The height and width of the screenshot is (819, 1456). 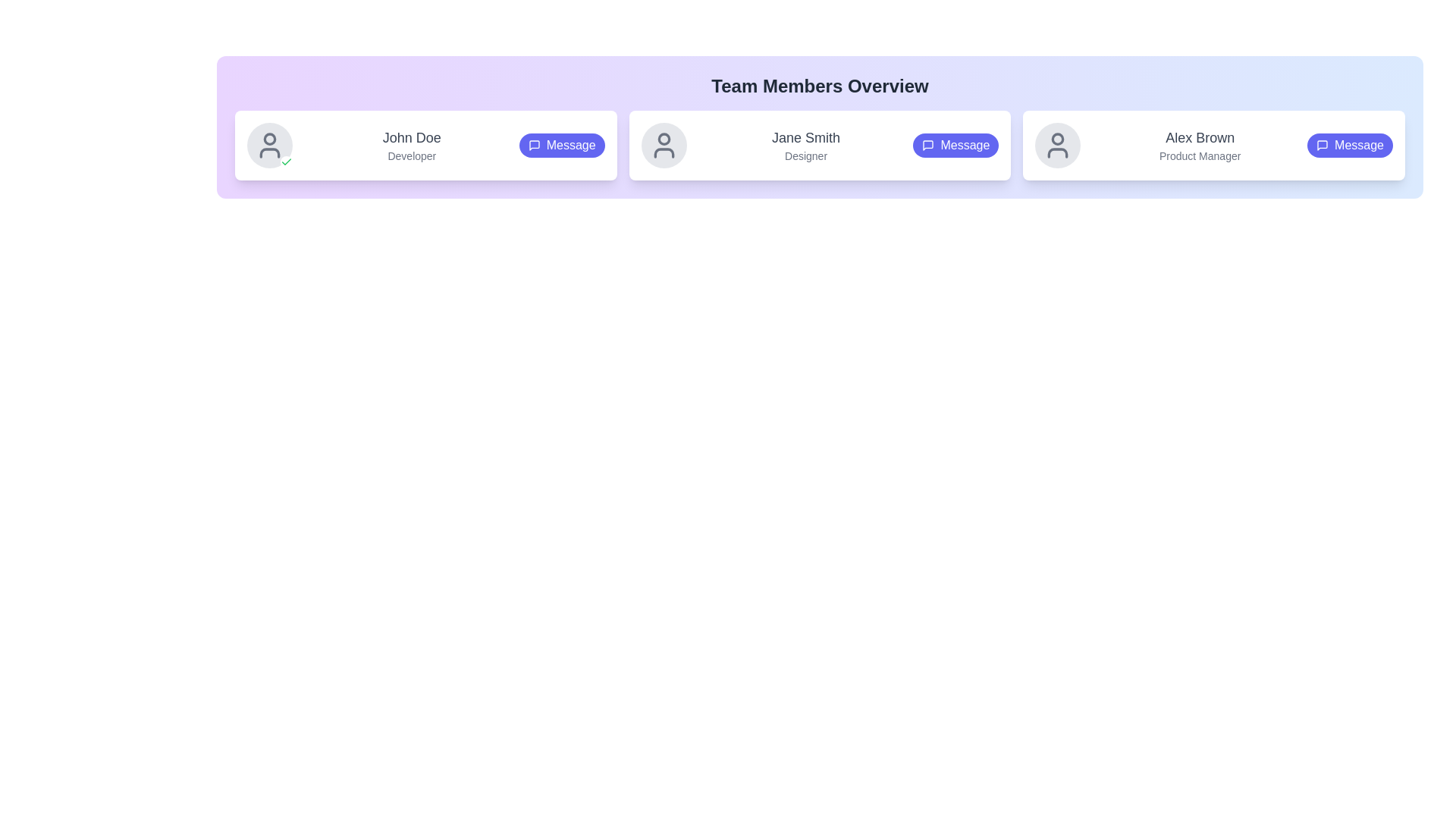 I want to click on the user SVG Icon that represents an individual in the leftmost team member card, which is located to the left of the name and role text components, so click(x=269, y=146).